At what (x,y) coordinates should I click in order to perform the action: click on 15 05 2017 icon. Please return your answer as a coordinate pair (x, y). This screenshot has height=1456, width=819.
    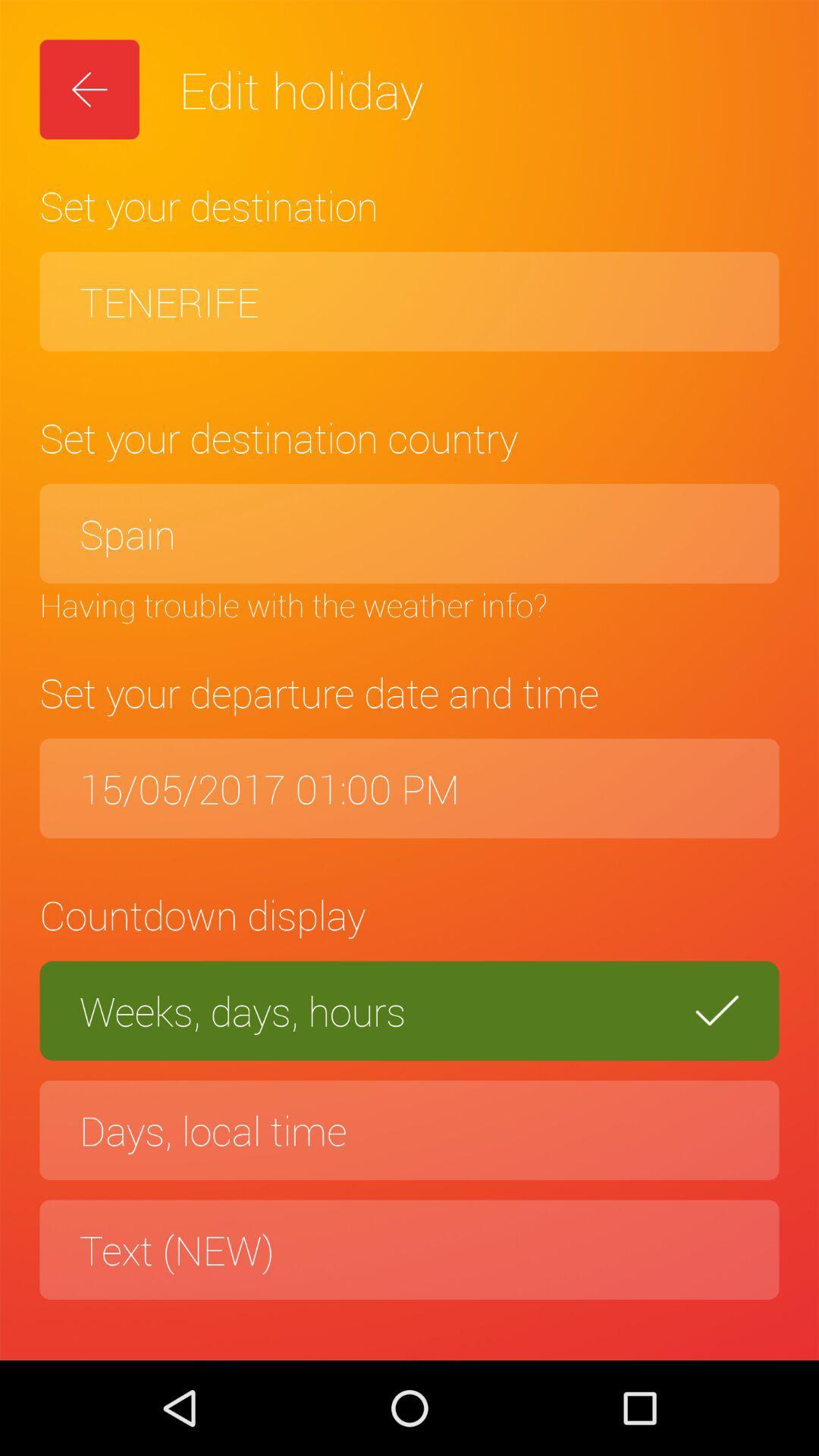
    Looking at the image, I should click on (409, 788).